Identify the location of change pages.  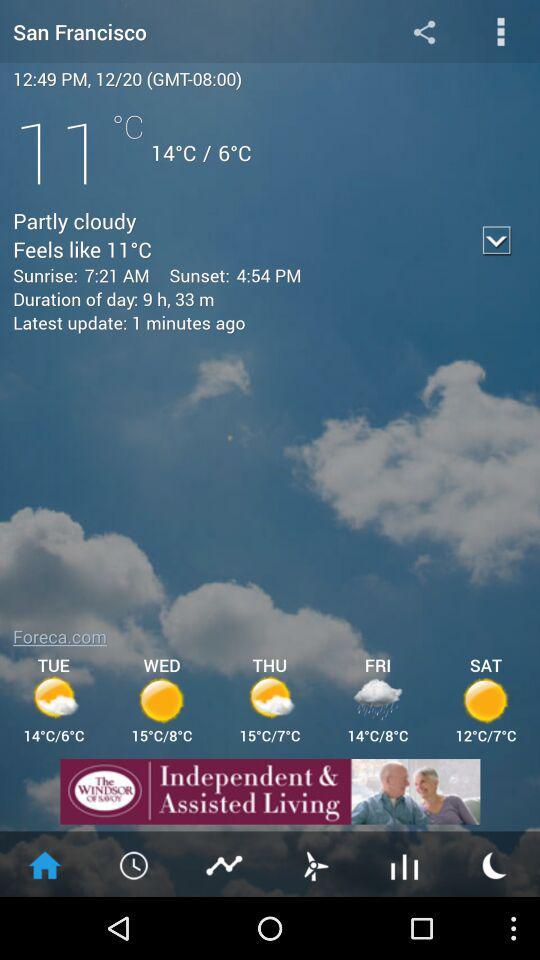
(314, 863).